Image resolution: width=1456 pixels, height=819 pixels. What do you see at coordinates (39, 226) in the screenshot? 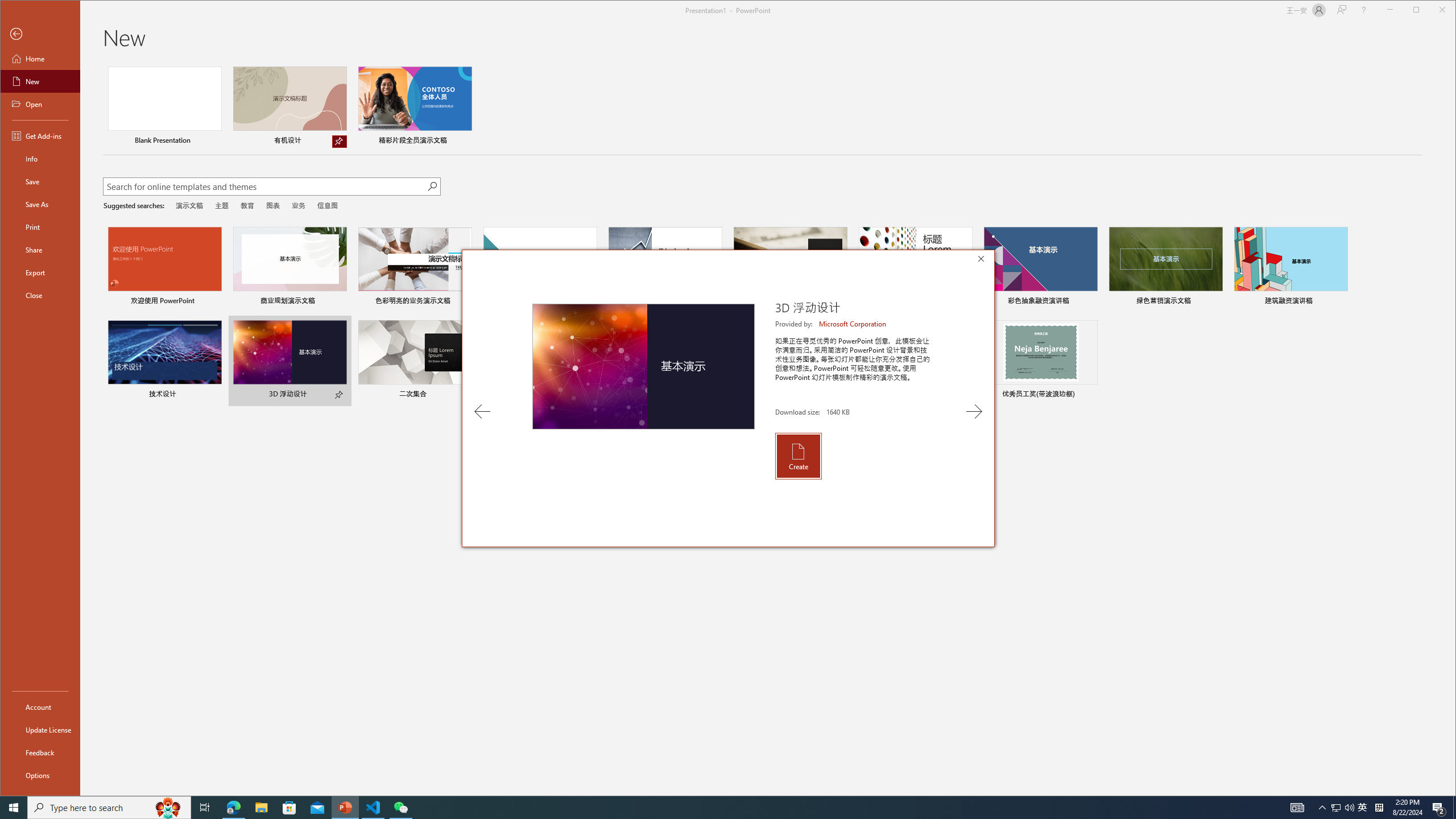
I see `'Print'` at bounding box center [39, 226].